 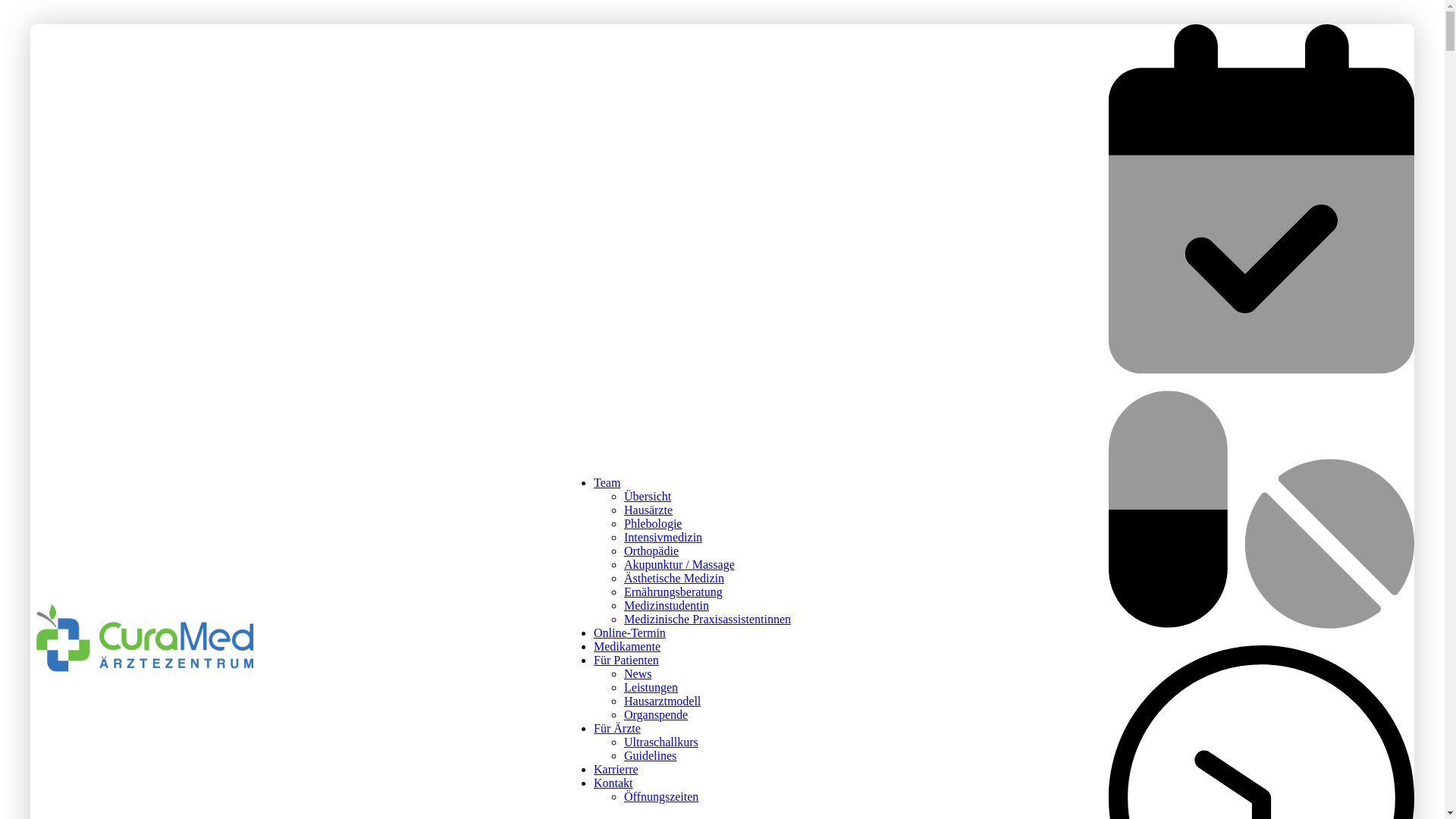 I want to click on 'Medizinische Praxisassistentinnen', so click(x=706, y=619).